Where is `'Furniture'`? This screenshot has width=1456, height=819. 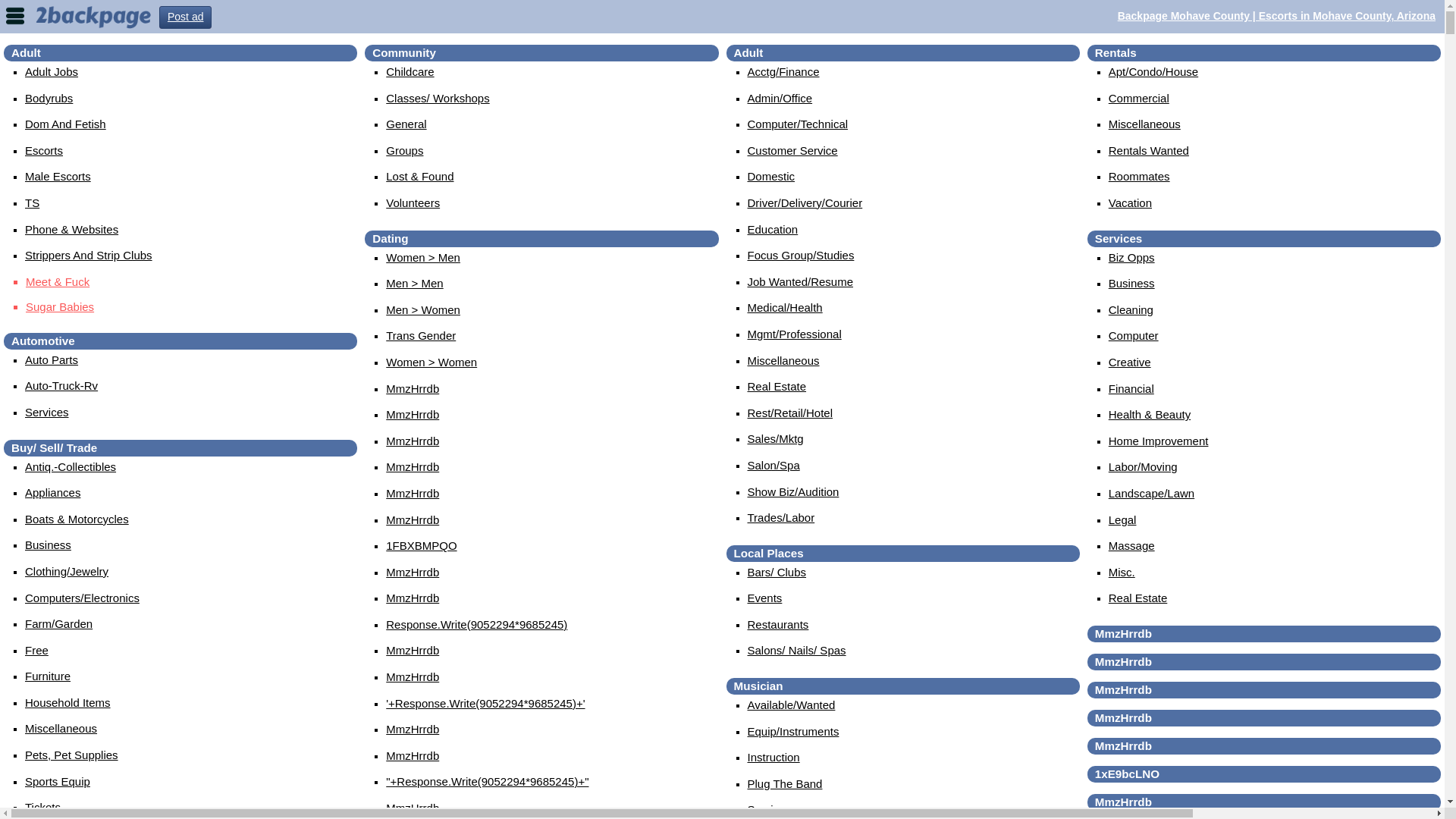
'Furniture' is located at coordinates (47, 675).